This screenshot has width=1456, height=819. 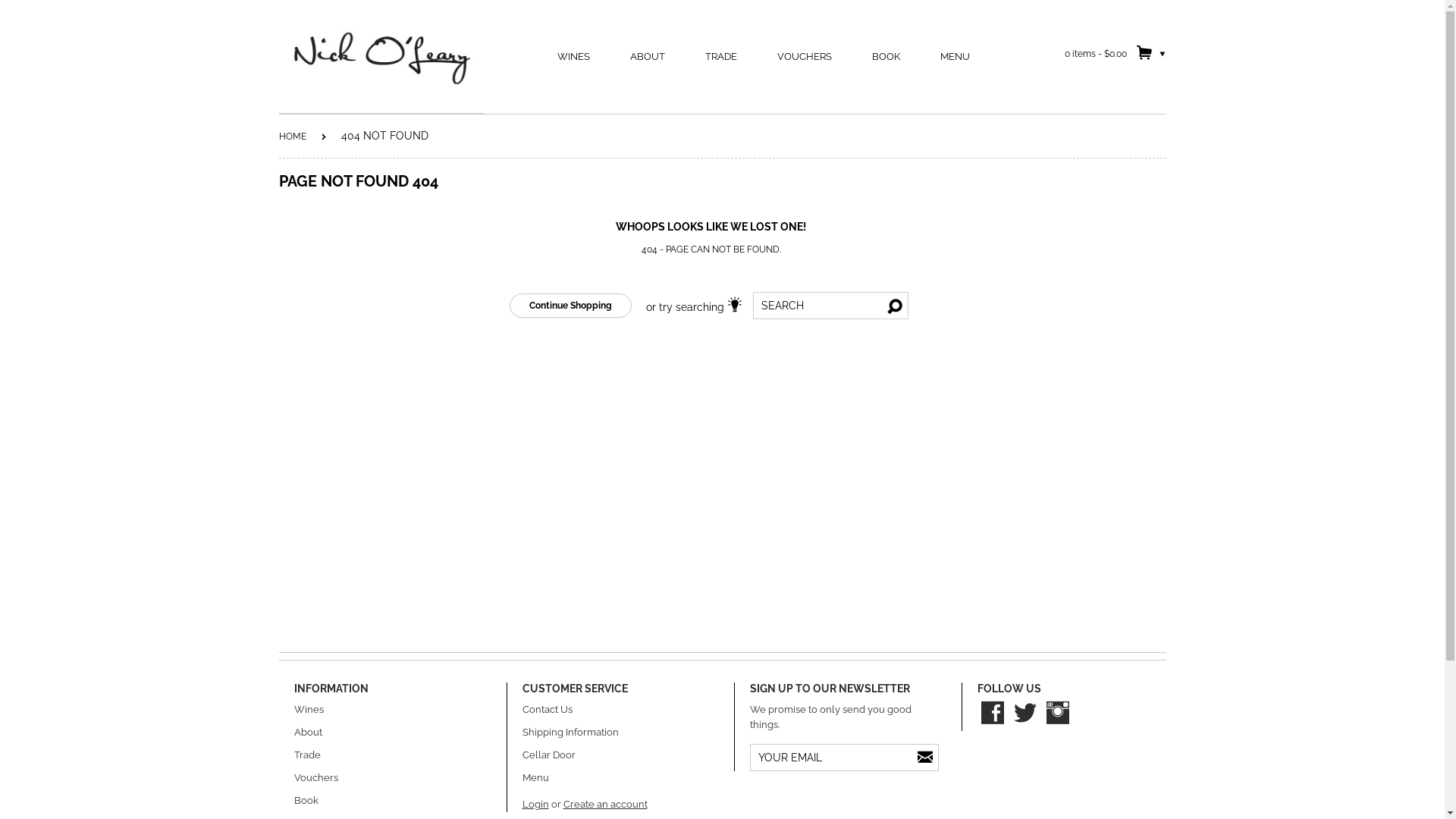 I want to click on 'HOME', so click(x=292, y=136).